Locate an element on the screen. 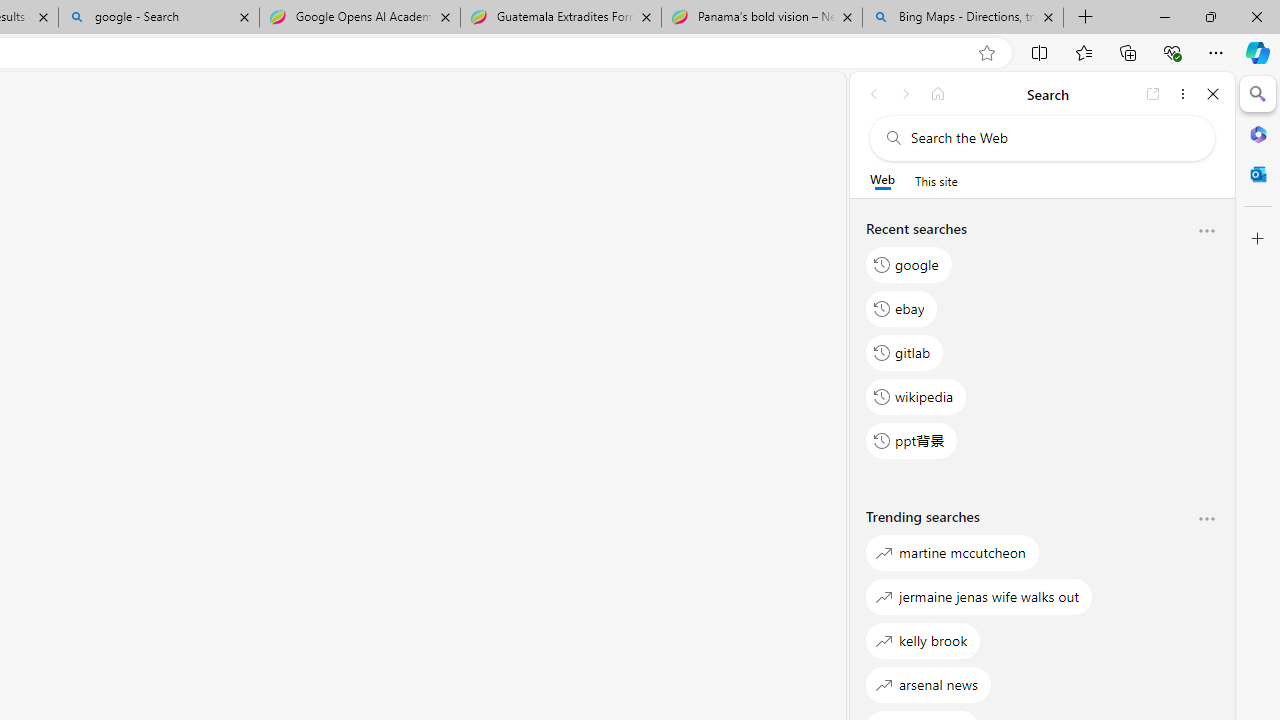 The width and height of the screenshot is (1280, 720). 'Google Opens AI Academy for Startups - Nearshore Americas' is located at coordinates (359, 17).